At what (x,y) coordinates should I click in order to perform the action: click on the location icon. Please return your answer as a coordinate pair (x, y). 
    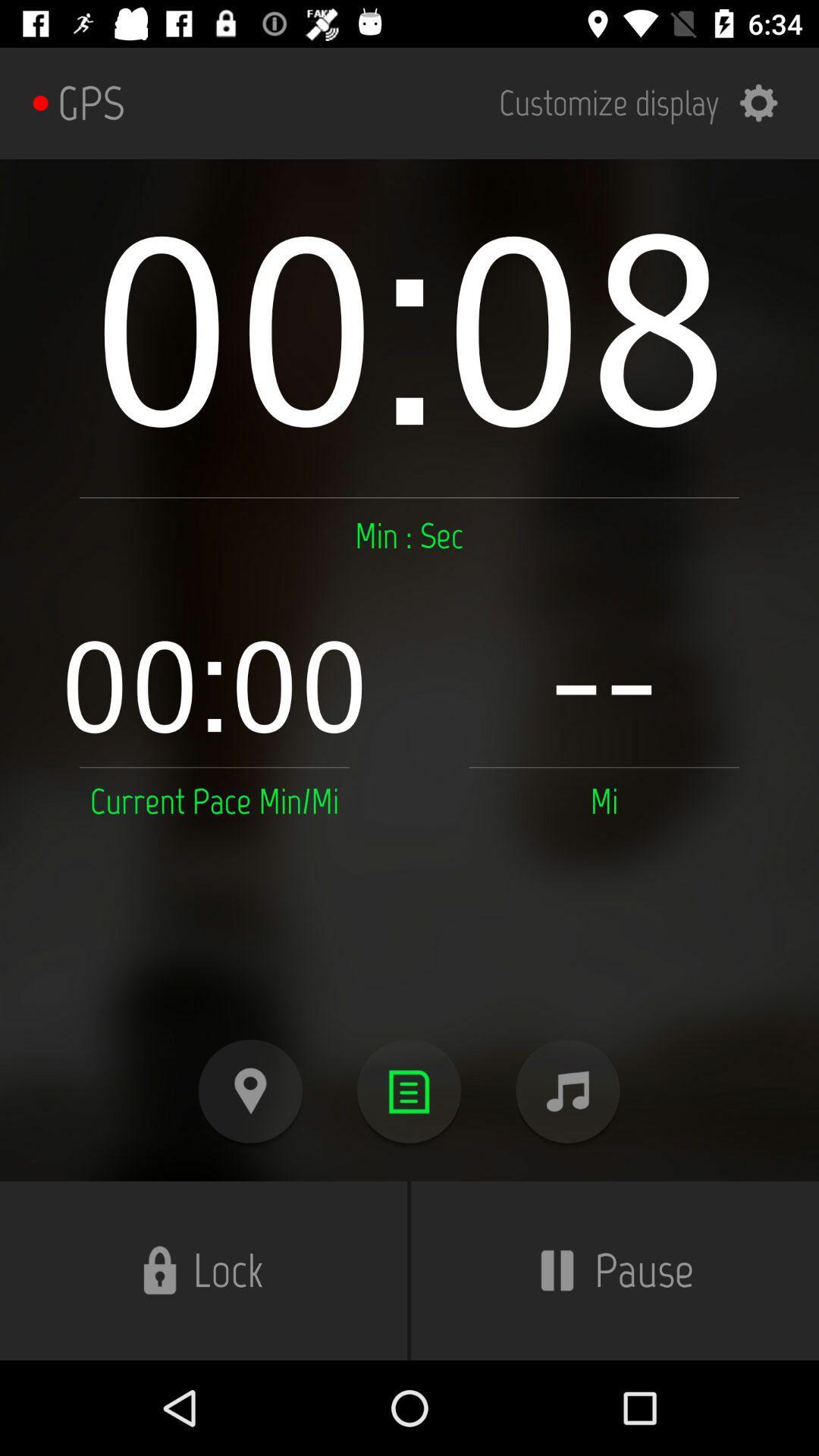
    Looking at the image, I should click on (249, 1090).